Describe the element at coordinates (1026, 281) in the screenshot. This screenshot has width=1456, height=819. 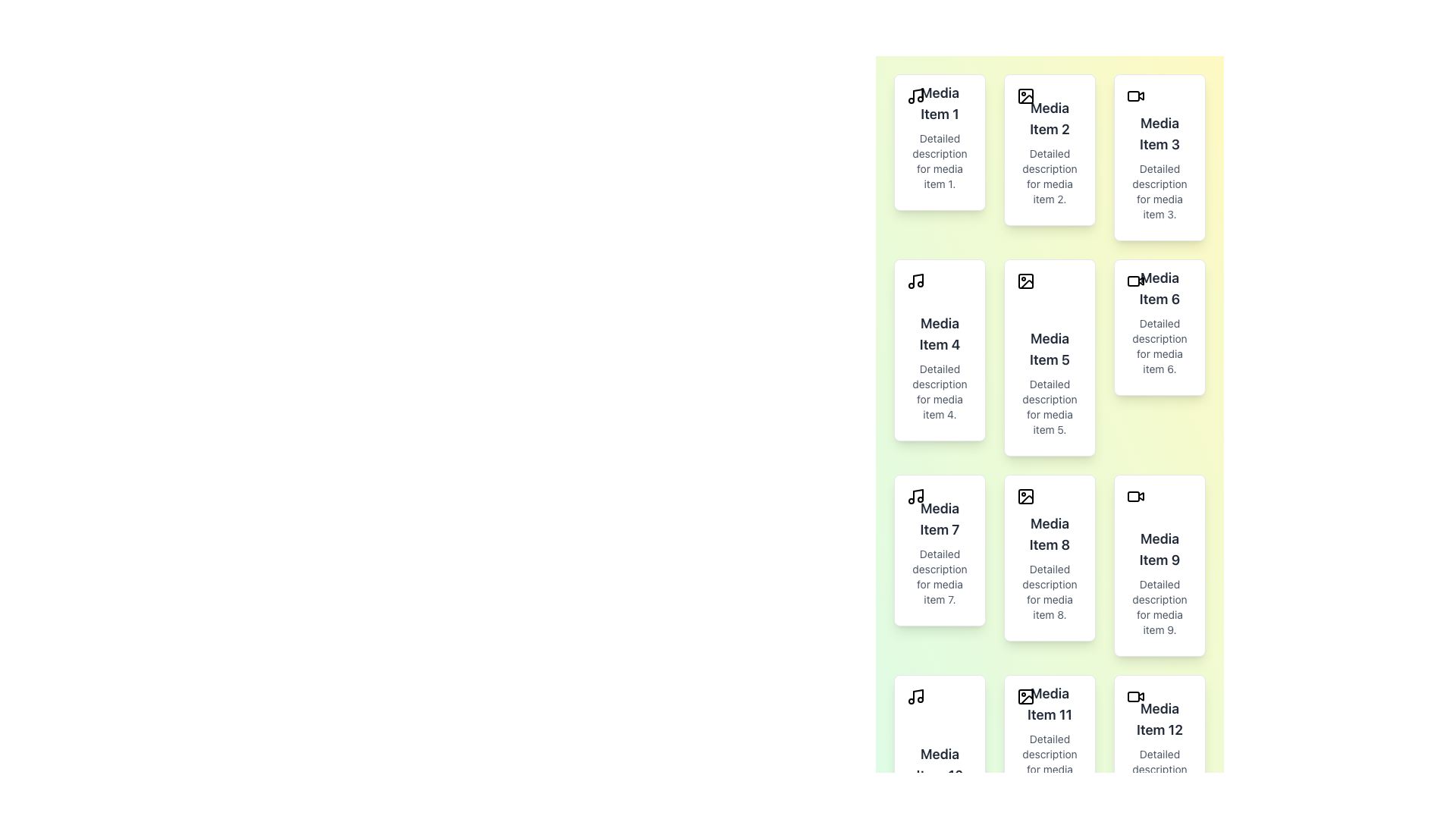
I see `the top-left SVG rectangle element that resembles a picture frame within the 'Media Item 5' card` at that location.